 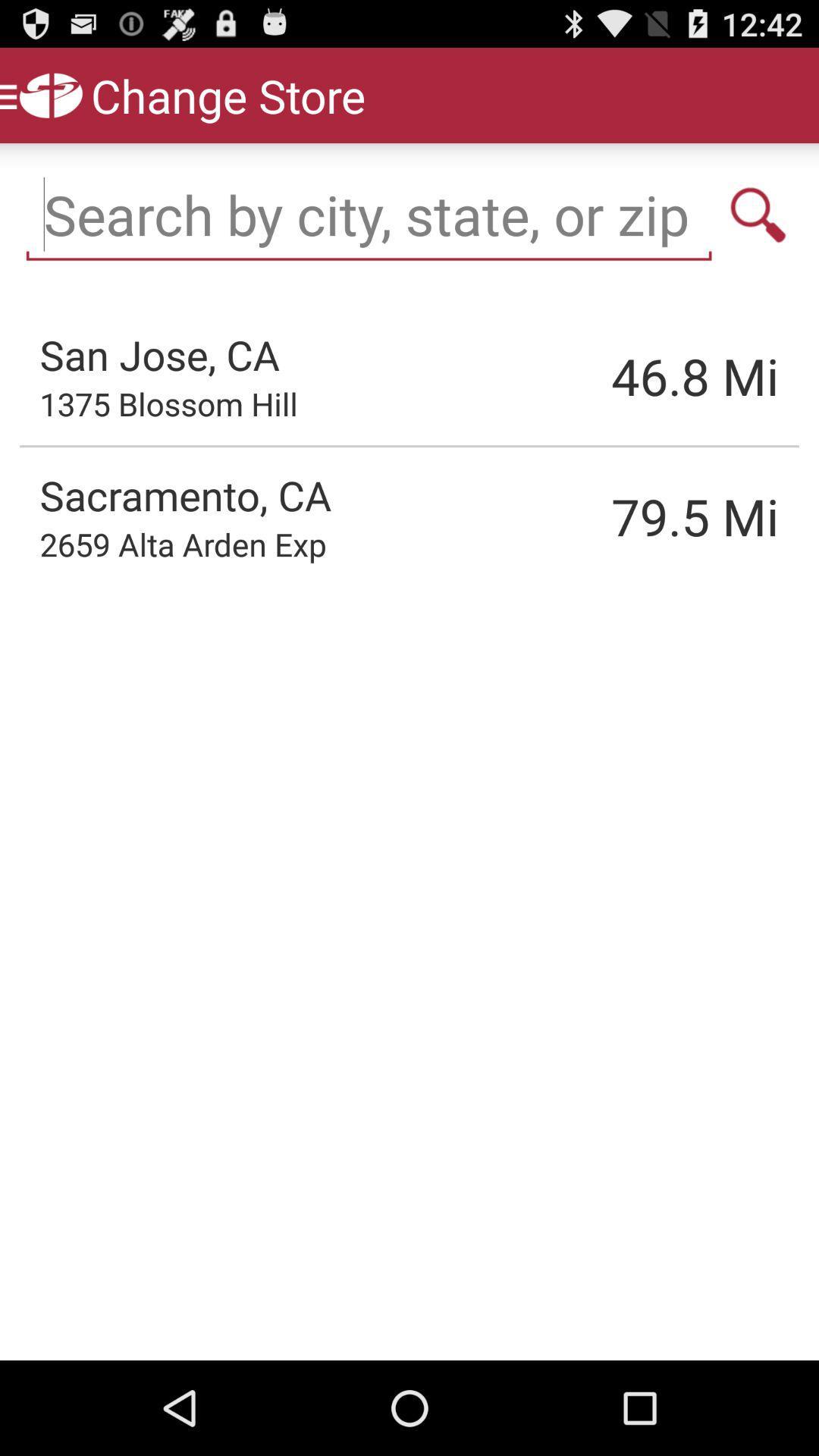 I want to click on app next to 1375 blossom hill icon, so click(x=618, y=376).